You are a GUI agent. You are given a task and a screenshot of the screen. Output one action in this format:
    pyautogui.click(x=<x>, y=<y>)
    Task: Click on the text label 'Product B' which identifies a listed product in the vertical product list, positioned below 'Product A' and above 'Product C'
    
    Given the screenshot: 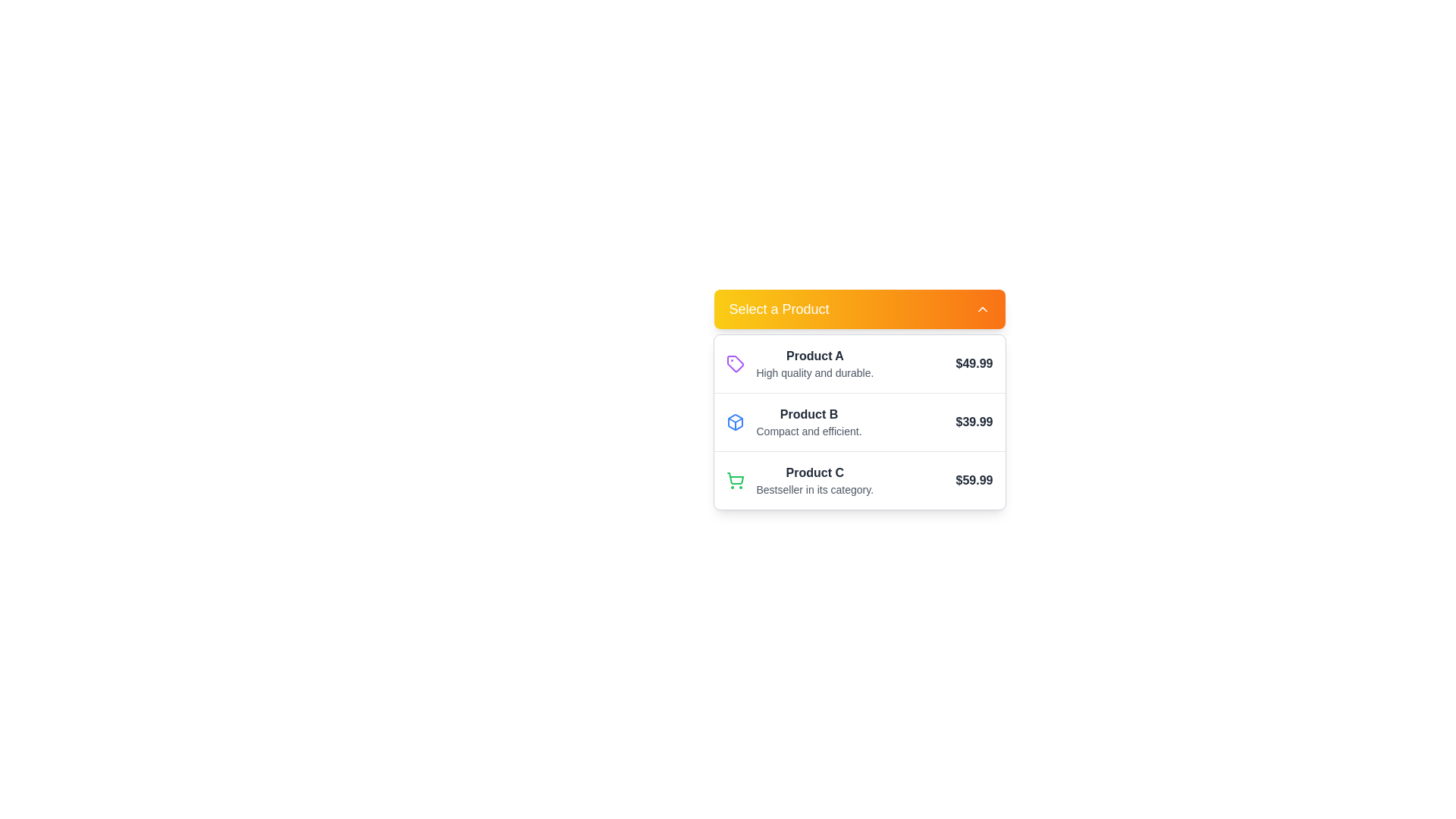 What is the action you would take?
    pyautogui.click(x=808, y=415)
    